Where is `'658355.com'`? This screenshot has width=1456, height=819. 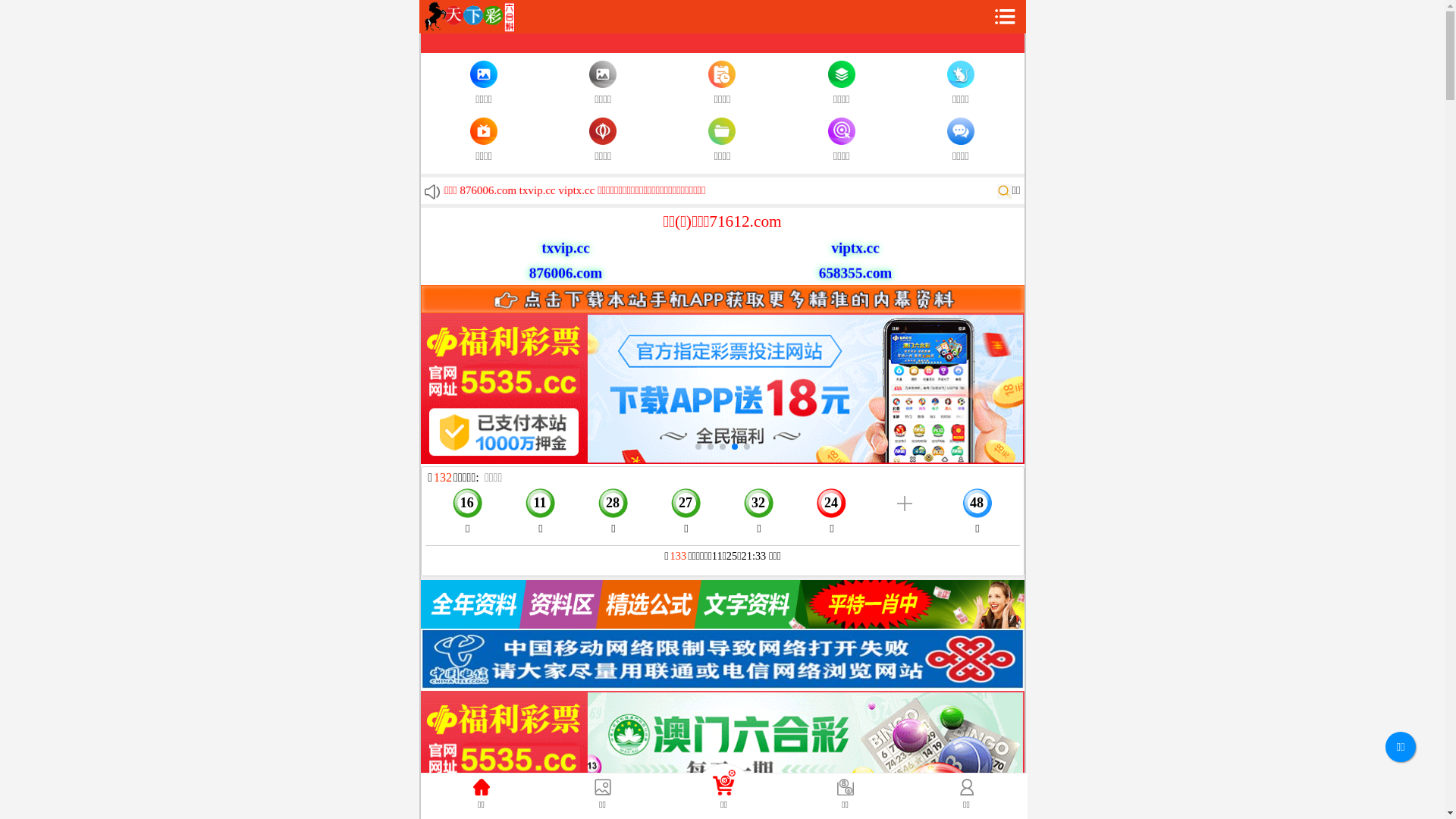
'658355.com' is located at coordinates (843, 271).